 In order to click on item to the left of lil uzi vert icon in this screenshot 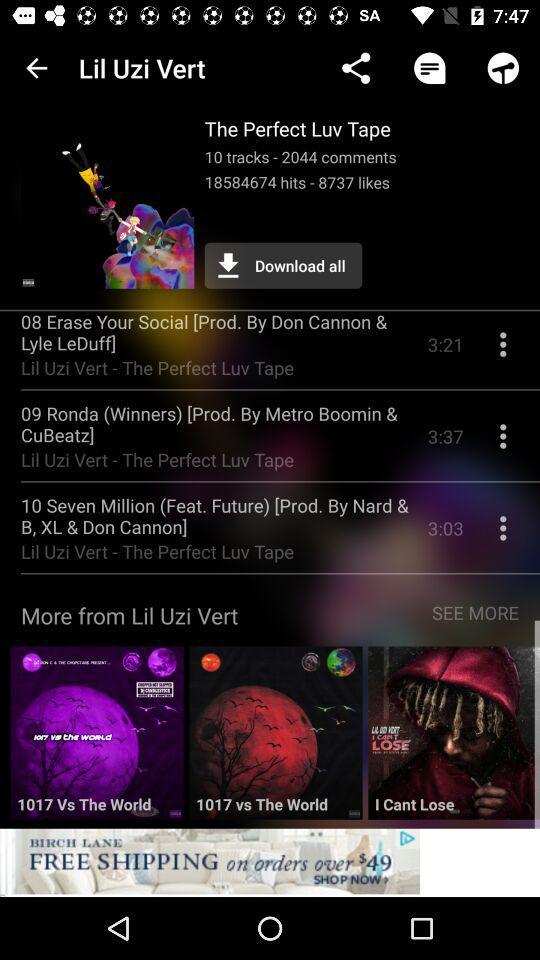, I will do `click(36, 68)`.